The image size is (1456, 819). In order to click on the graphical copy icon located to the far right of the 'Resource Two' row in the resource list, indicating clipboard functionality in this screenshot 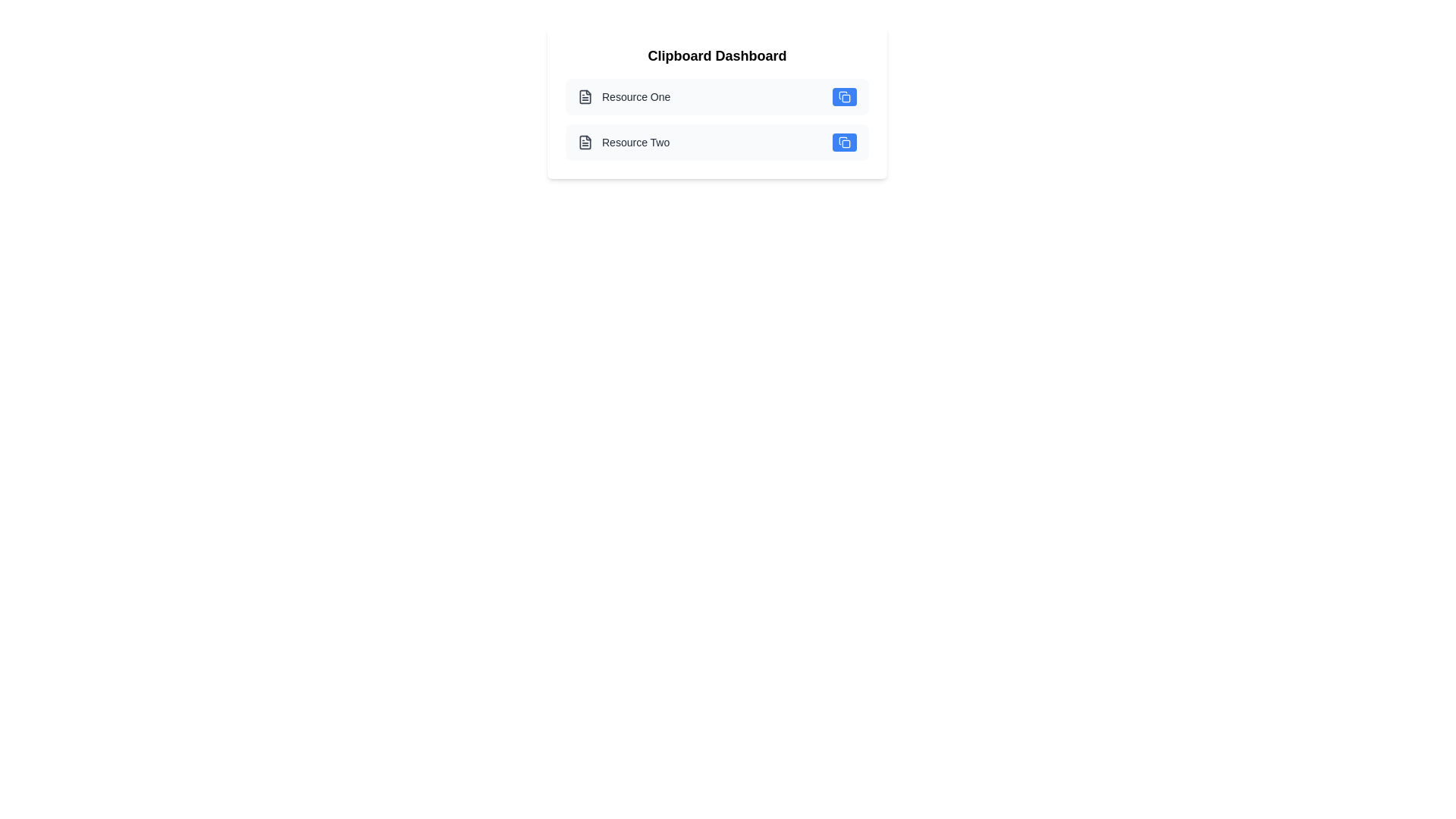, I will do `click(846, 143)`.